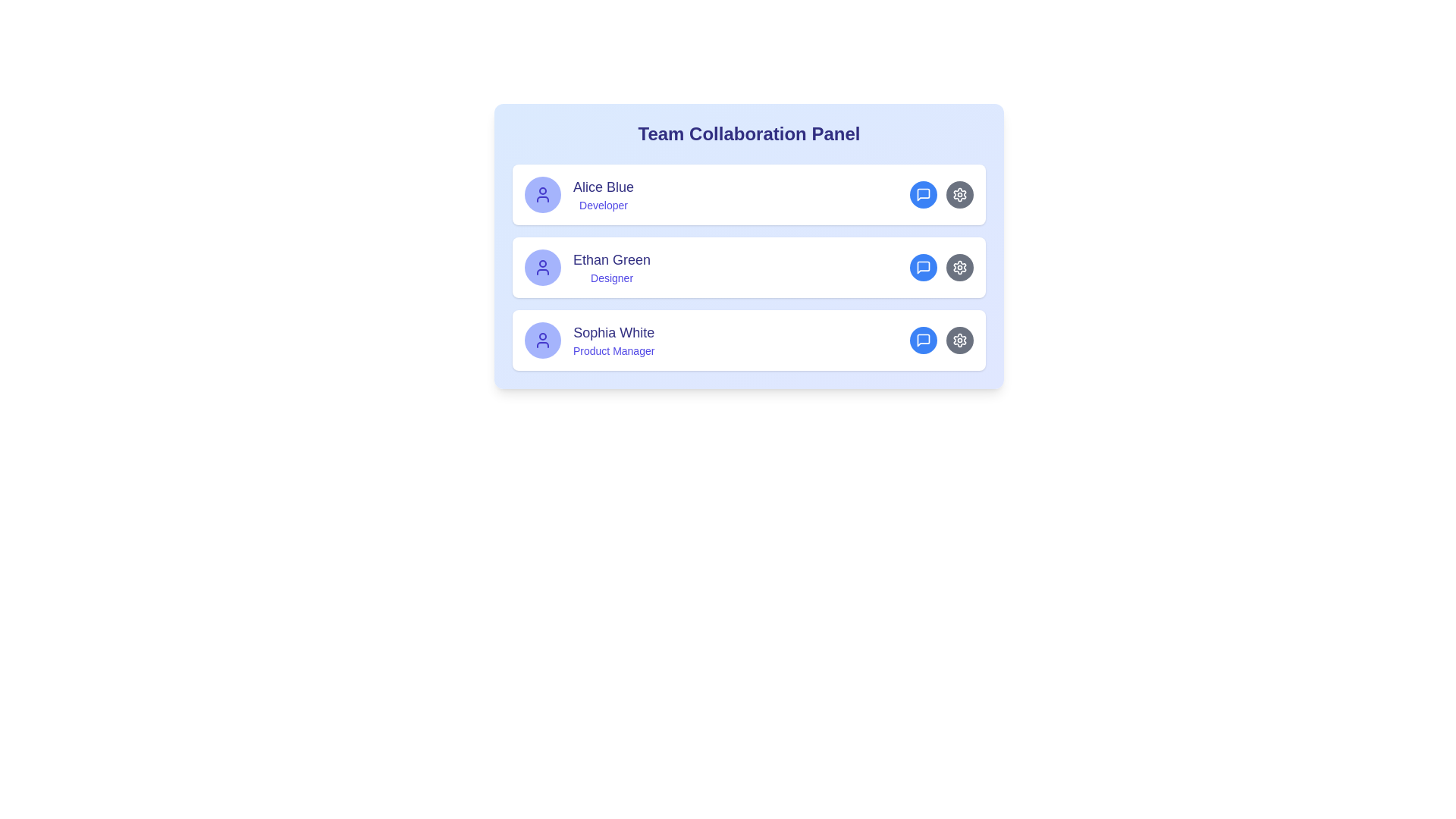 This screenshot has width=1456, height=819. Describe the element at coordinates (959, 267) in the screenshot. I see `the settings button (cogwheel) for the team member 'Ethan Green' located in the second row of the team member list` at that location.